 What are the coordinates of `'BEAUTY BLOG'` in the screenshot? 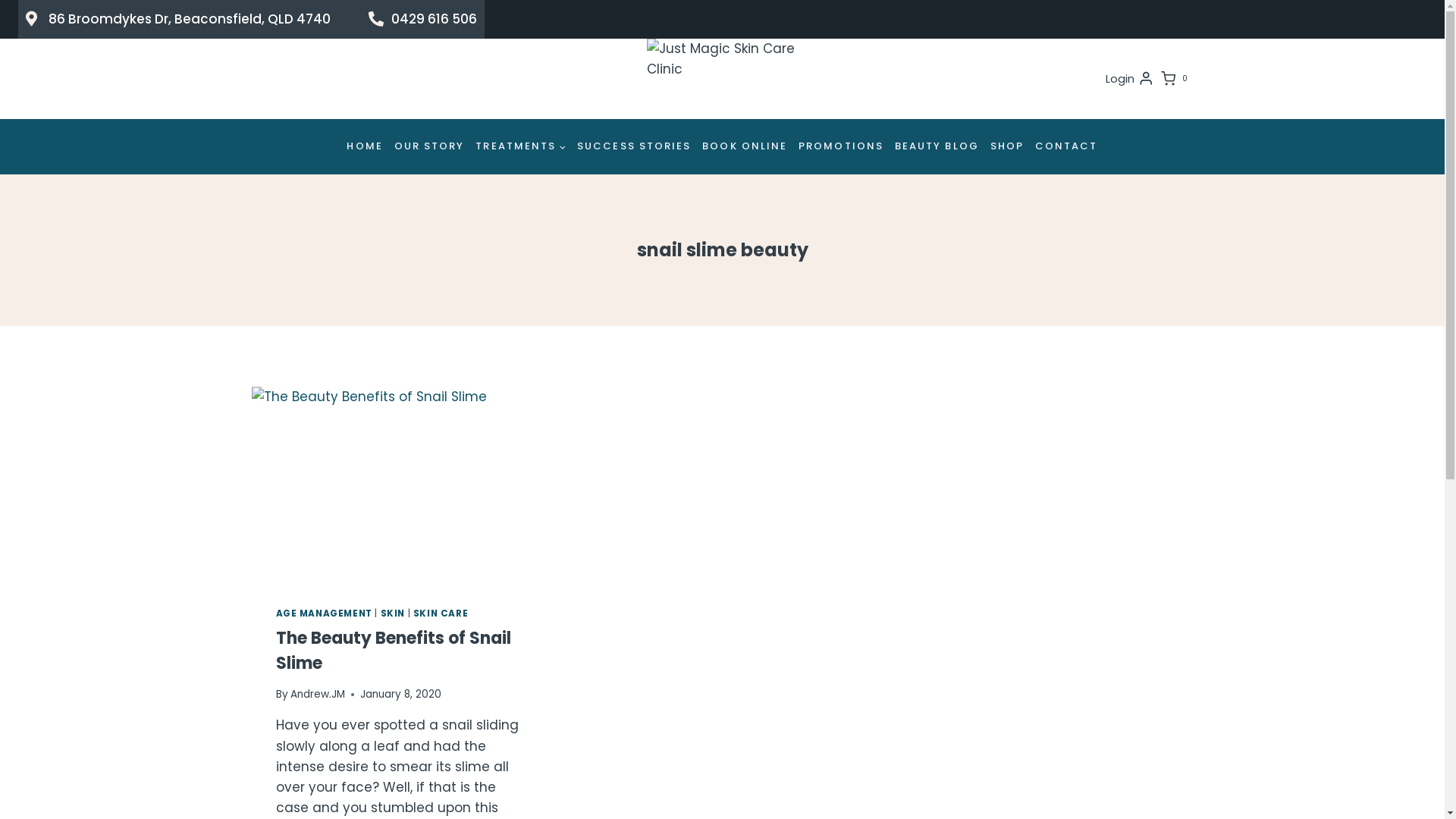 It's located at (935, 146).